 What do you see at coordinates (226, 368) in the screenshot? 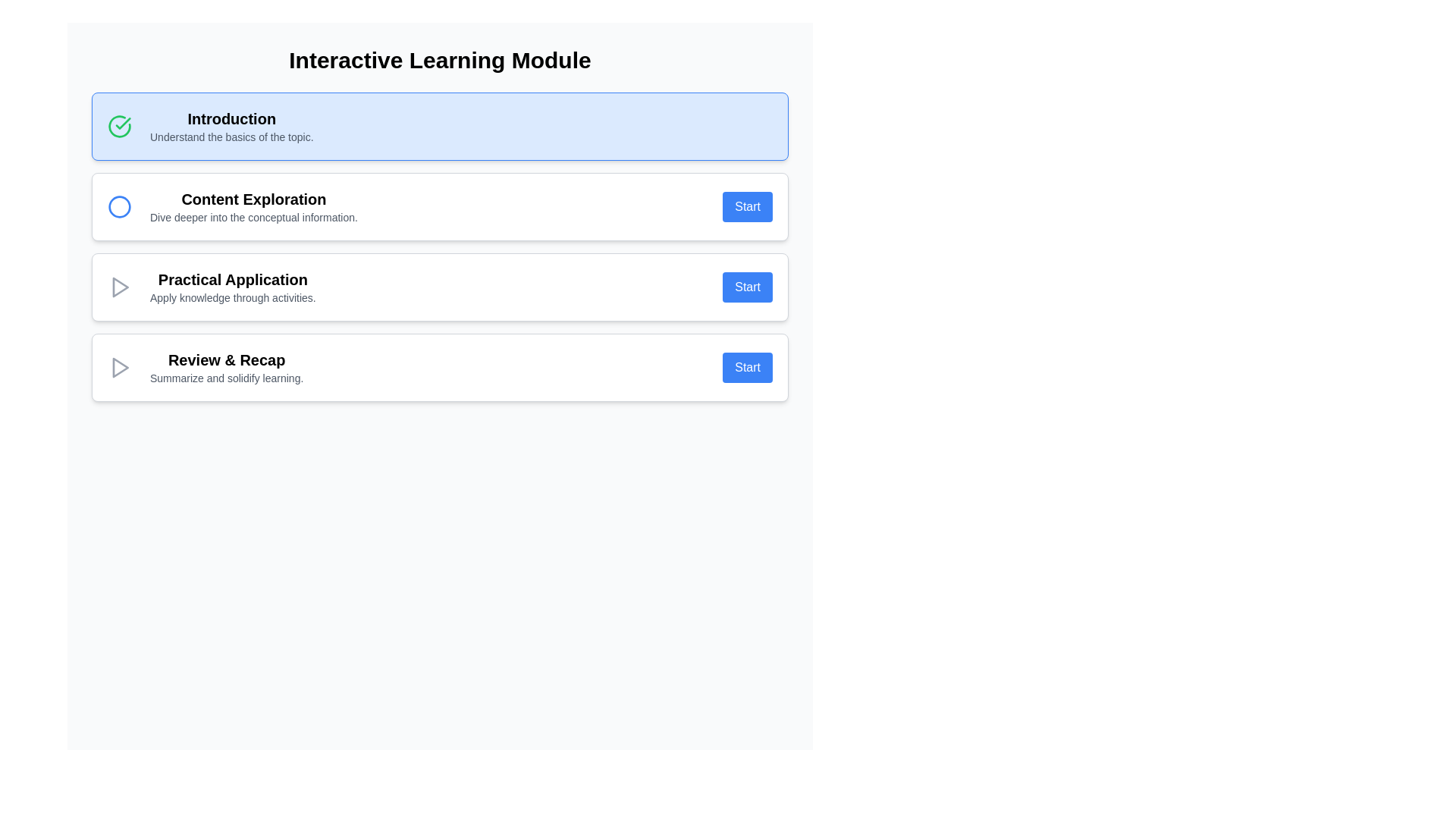
I see `the 'Review & Recap' text element, which is the third module description in the list, positioned between 'Practical Application' and the blue 'Start' button` at bounding box center [226, 368].